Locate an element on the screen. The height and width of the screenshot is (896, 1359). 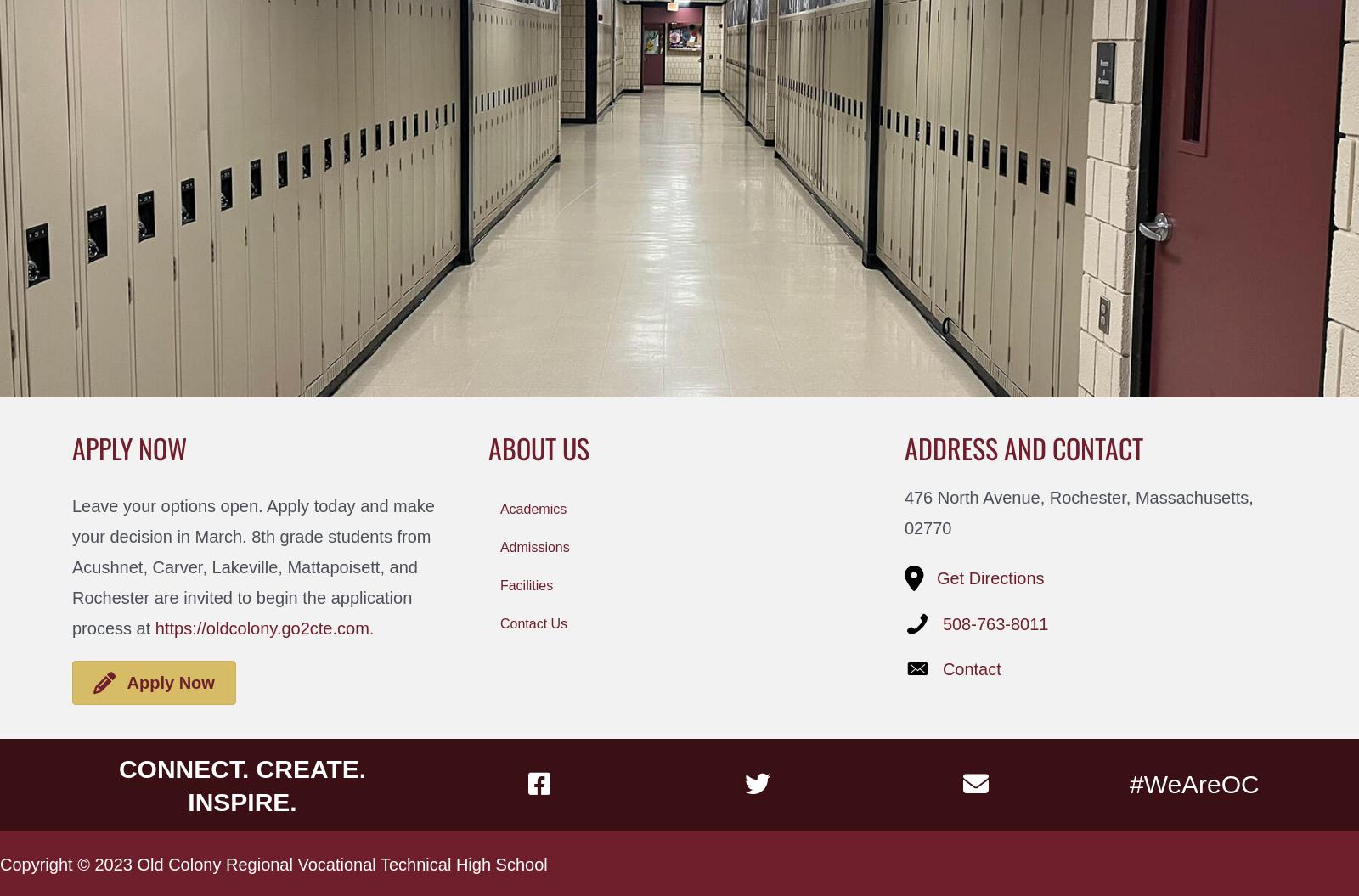
'Get Directions' is located at coordinates (990, 578).